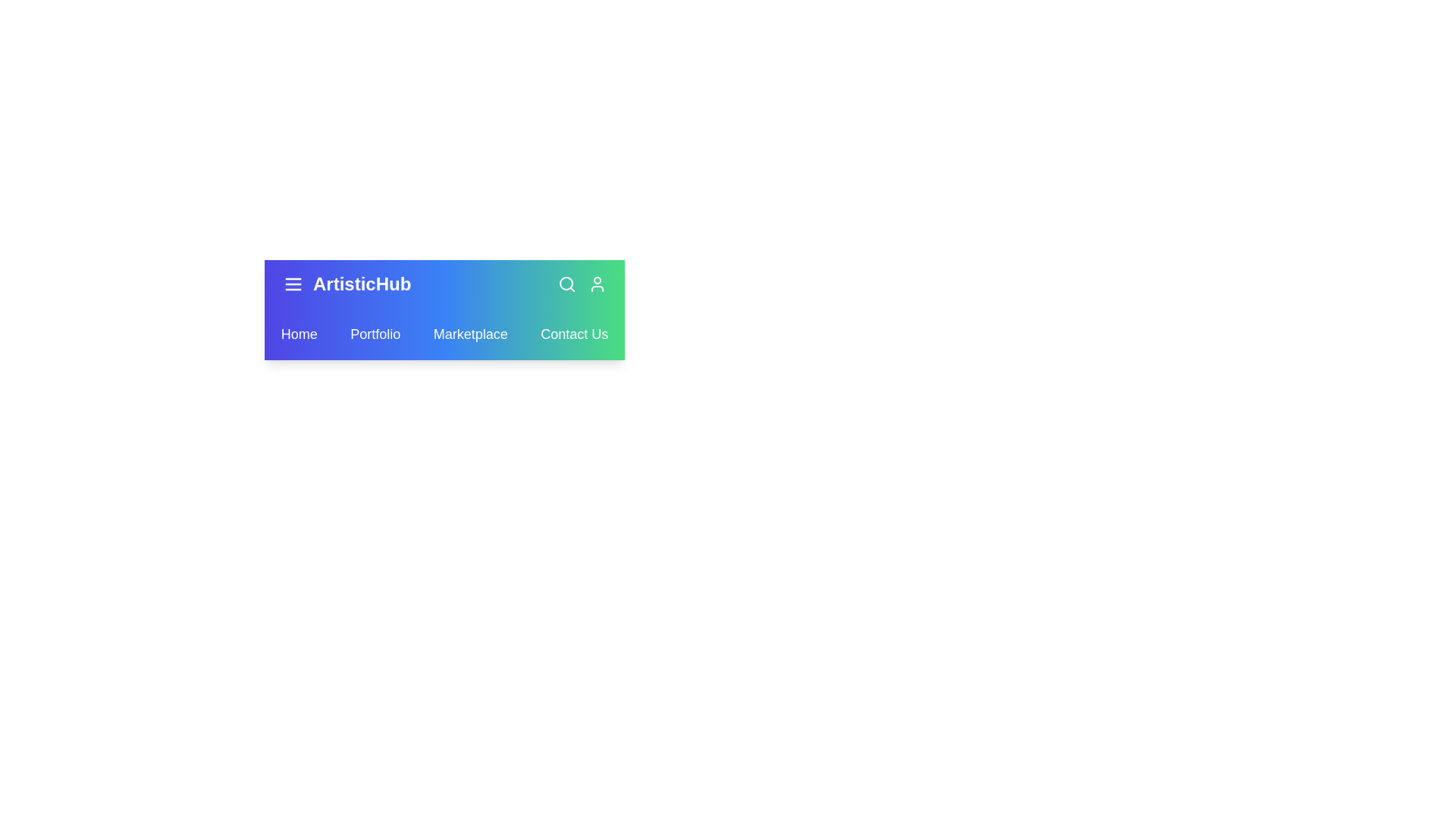  Describe the element at coordinates (375, 333) in the screenshot. I see `the Portfolio link in the navbar` at that location.